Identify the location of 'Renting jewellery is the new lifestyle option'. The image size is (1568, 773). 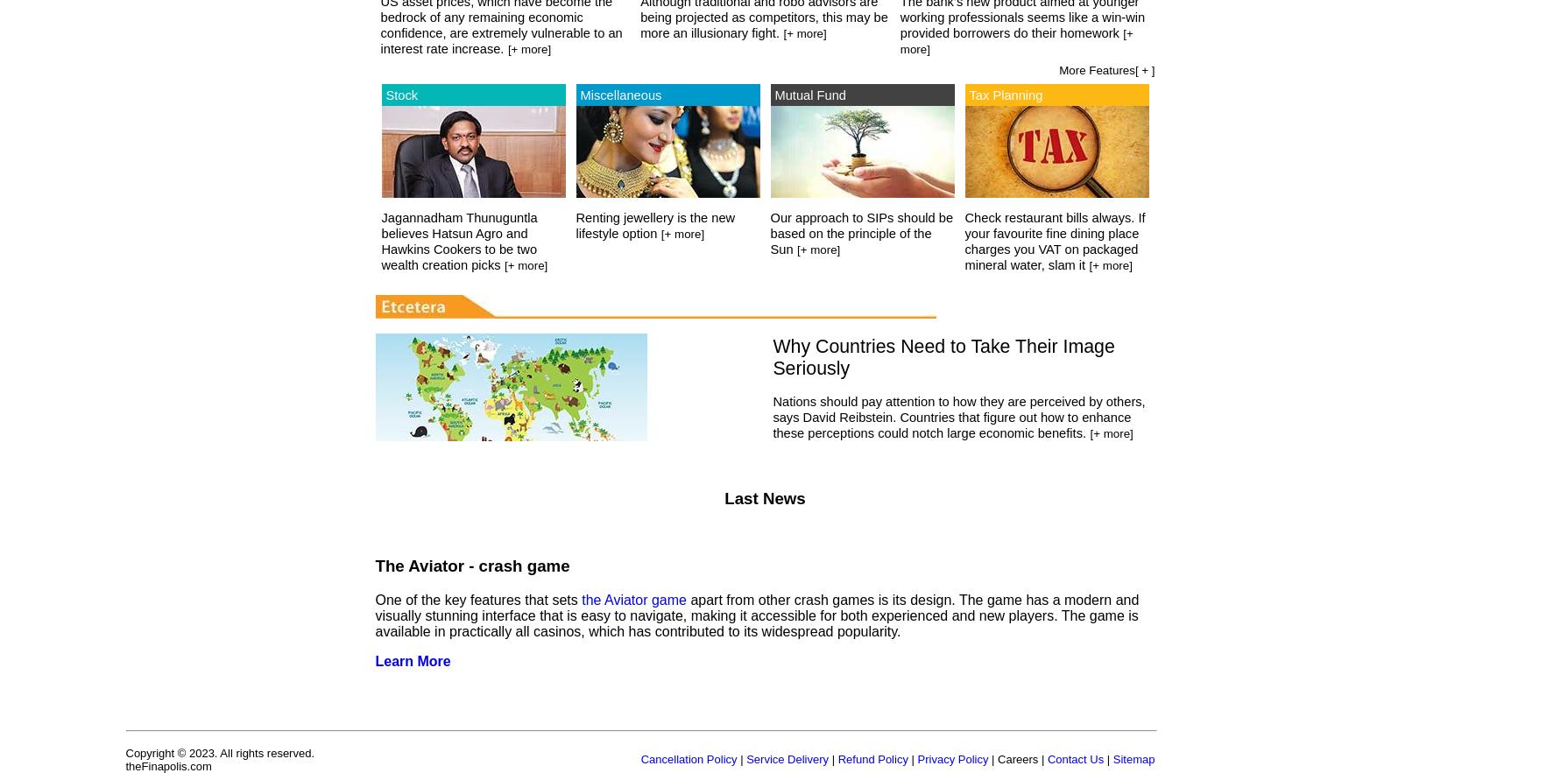
(654, 225).